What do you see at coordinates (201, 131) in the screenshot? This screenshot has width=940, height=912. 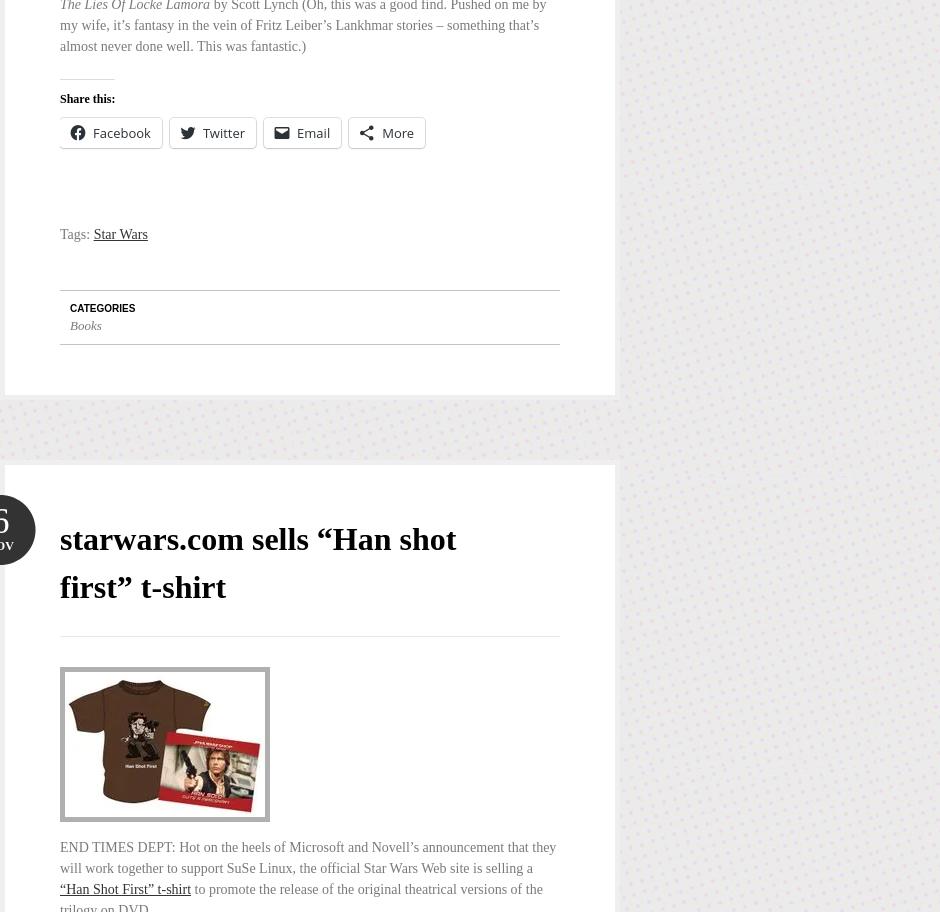 I see `'Twitter'` at bounding box center [201, 131].